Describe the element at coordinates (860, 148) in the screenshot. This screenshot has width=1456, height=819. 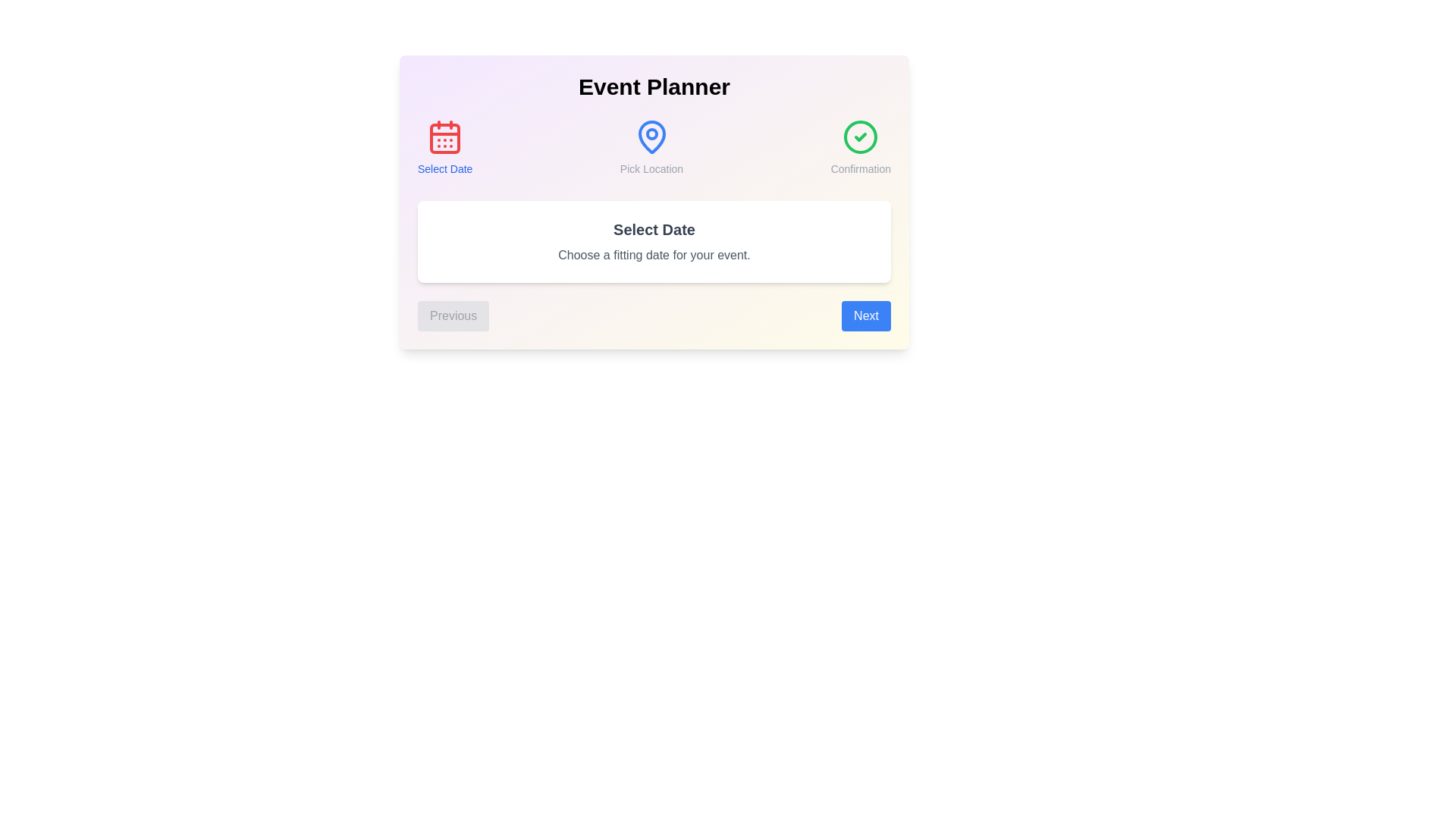
I see `the step Confirmation in the header to navigate to it` at that location.